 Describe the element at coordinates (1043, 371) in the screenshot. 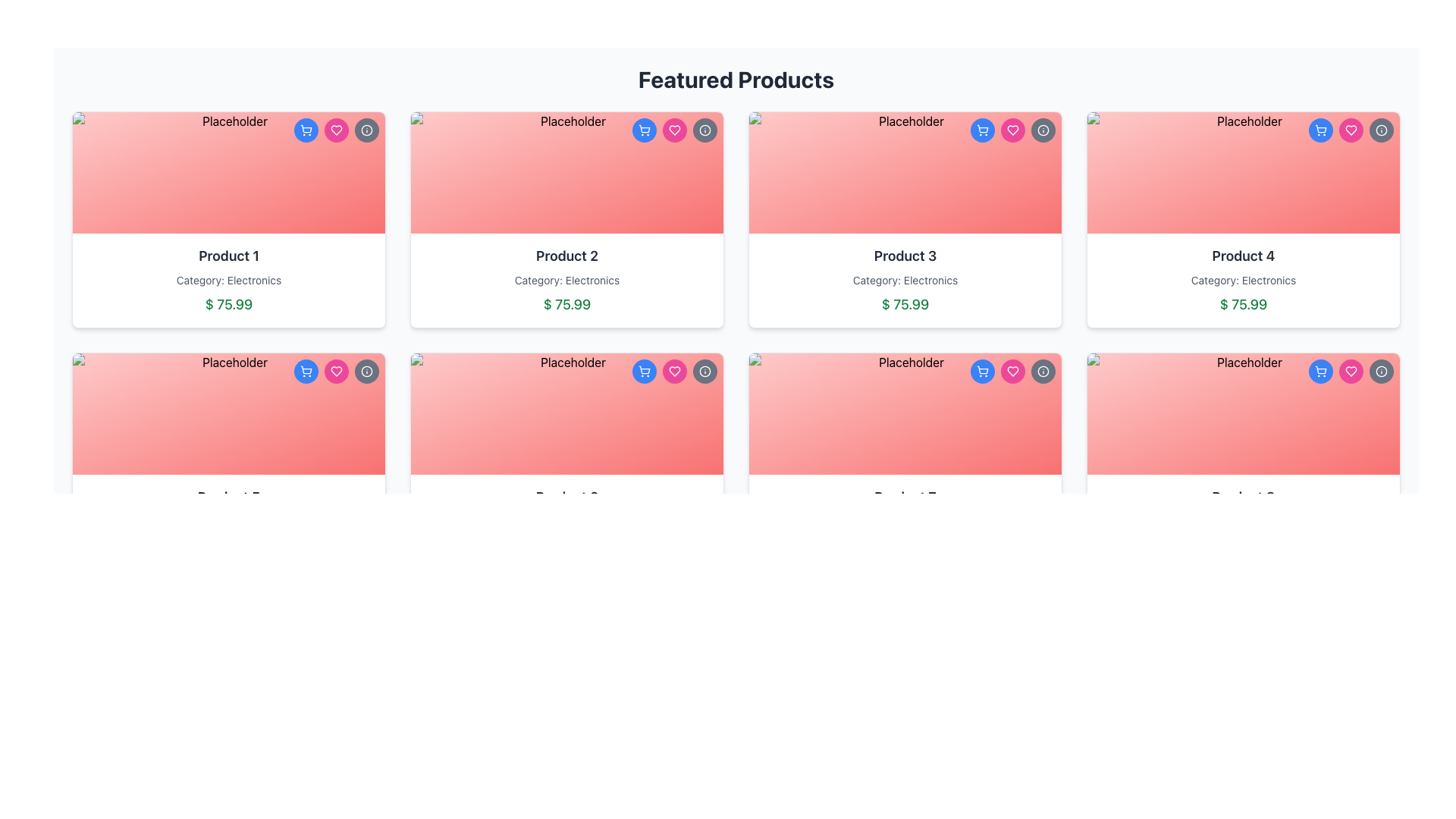

I see `the information button located in the upper-right corner of the product card for 'Product 3', which is the third button to the right of the heart-shaped button` at that location.